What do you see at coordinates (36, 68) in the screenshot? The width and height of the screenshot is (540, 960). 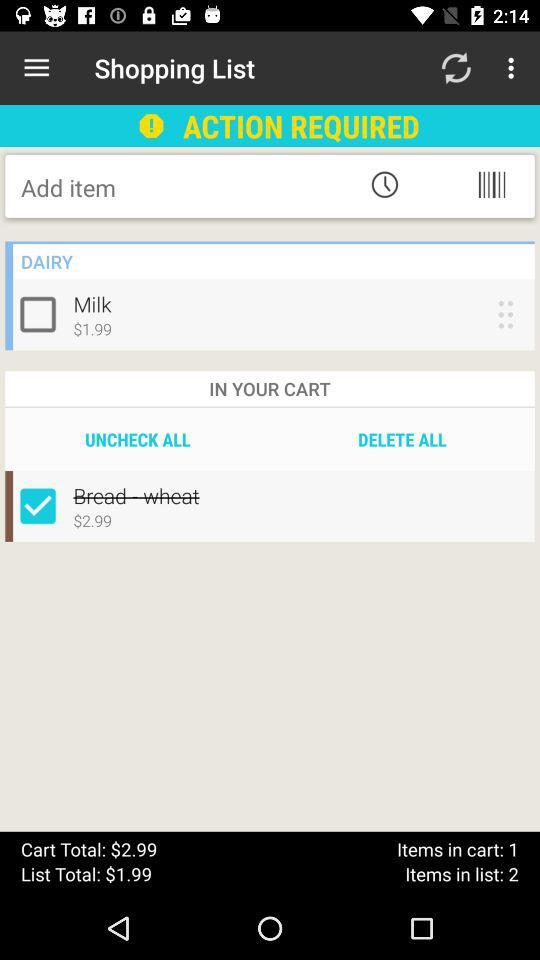 I see `the icon next to shopping list item` at bounding box center [36, 68].